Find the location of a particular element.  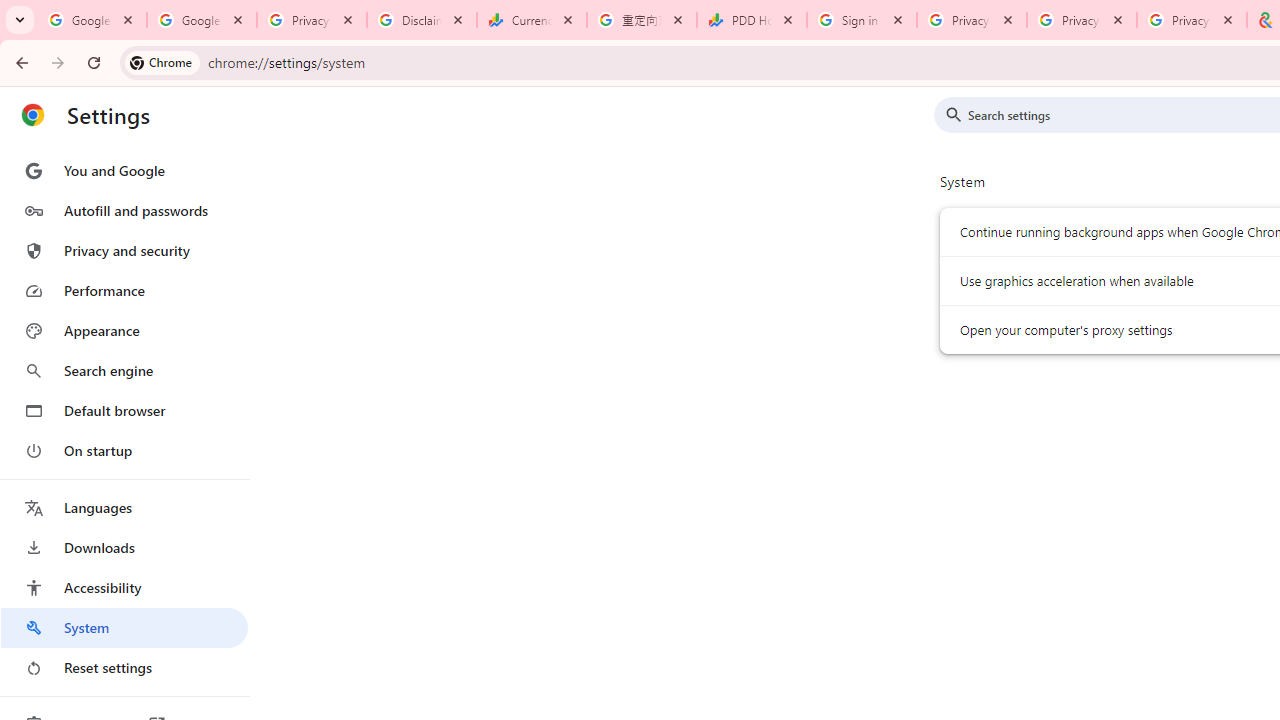

'Privacy Checkup' is located at coordinates (1080, 20).